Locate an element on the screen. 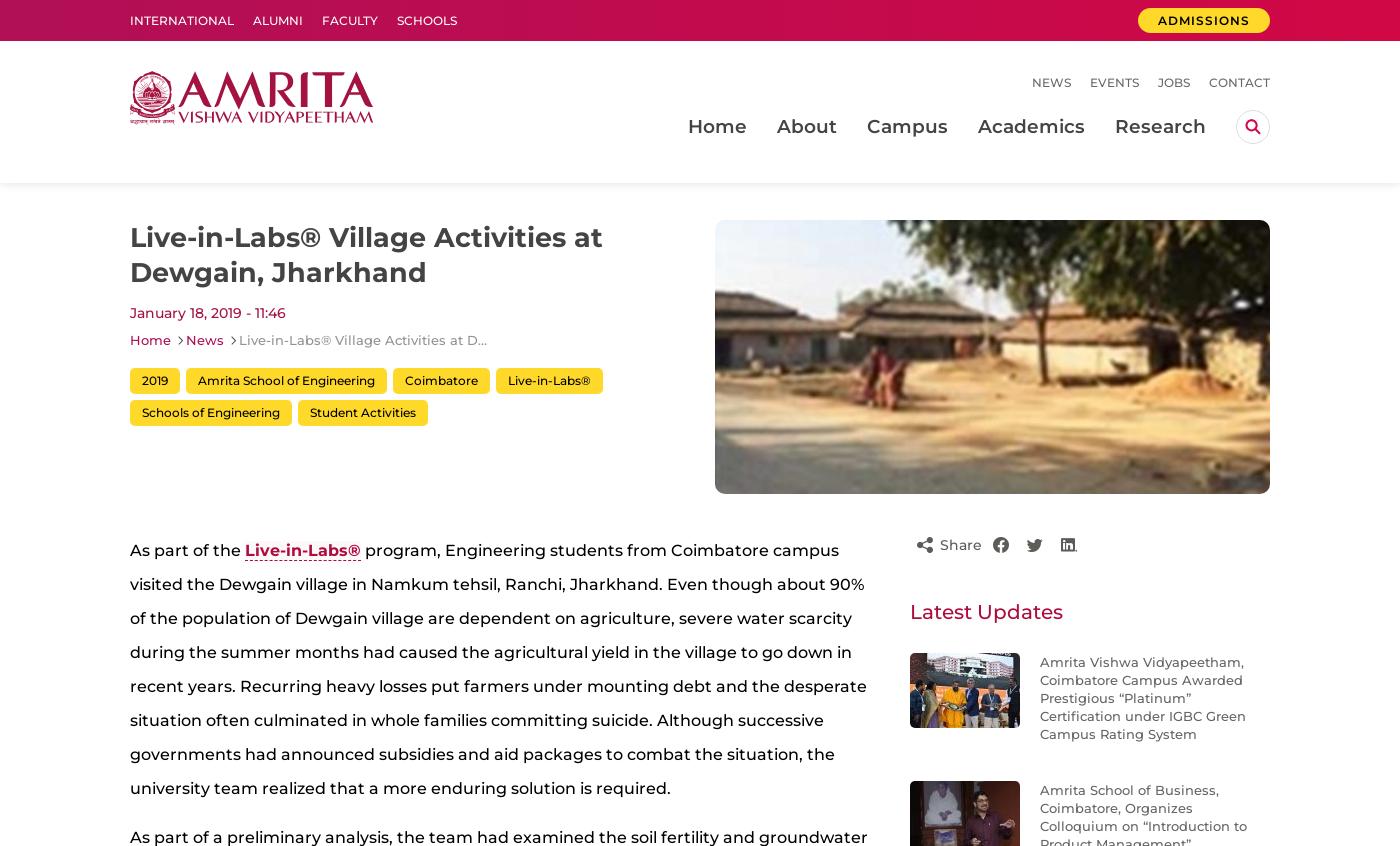  'Schools of Engineering' is located at coordinates (210, 411).